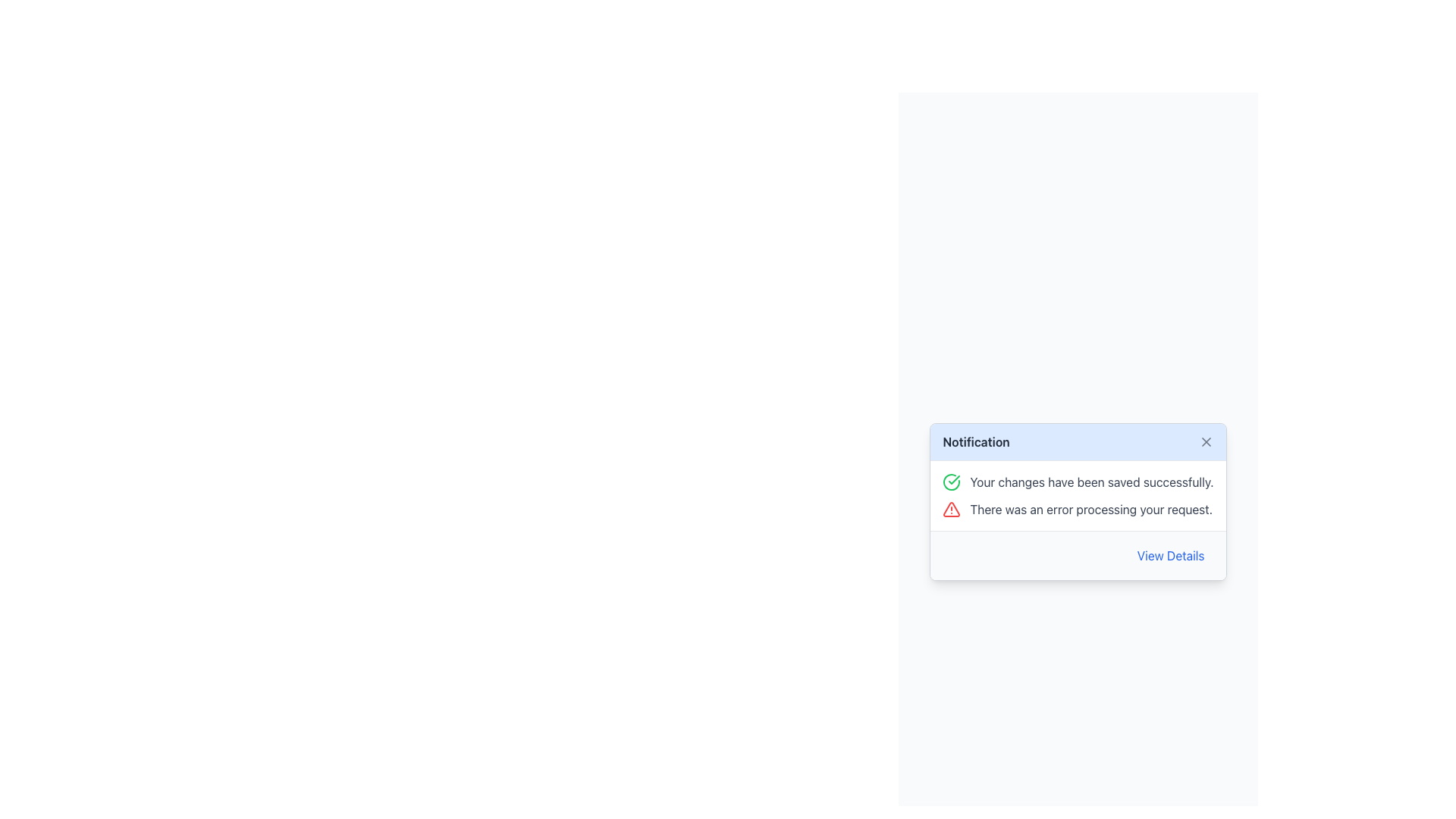 This screenshot has height=819, width=1456. What do you see at coordinates (1077, 509) in the screenshot?
I see `the second row in the notification box that displays the error message 'There was an error processing your request.' with a red triangle icon on the left` at bounding box center [1077, 509].